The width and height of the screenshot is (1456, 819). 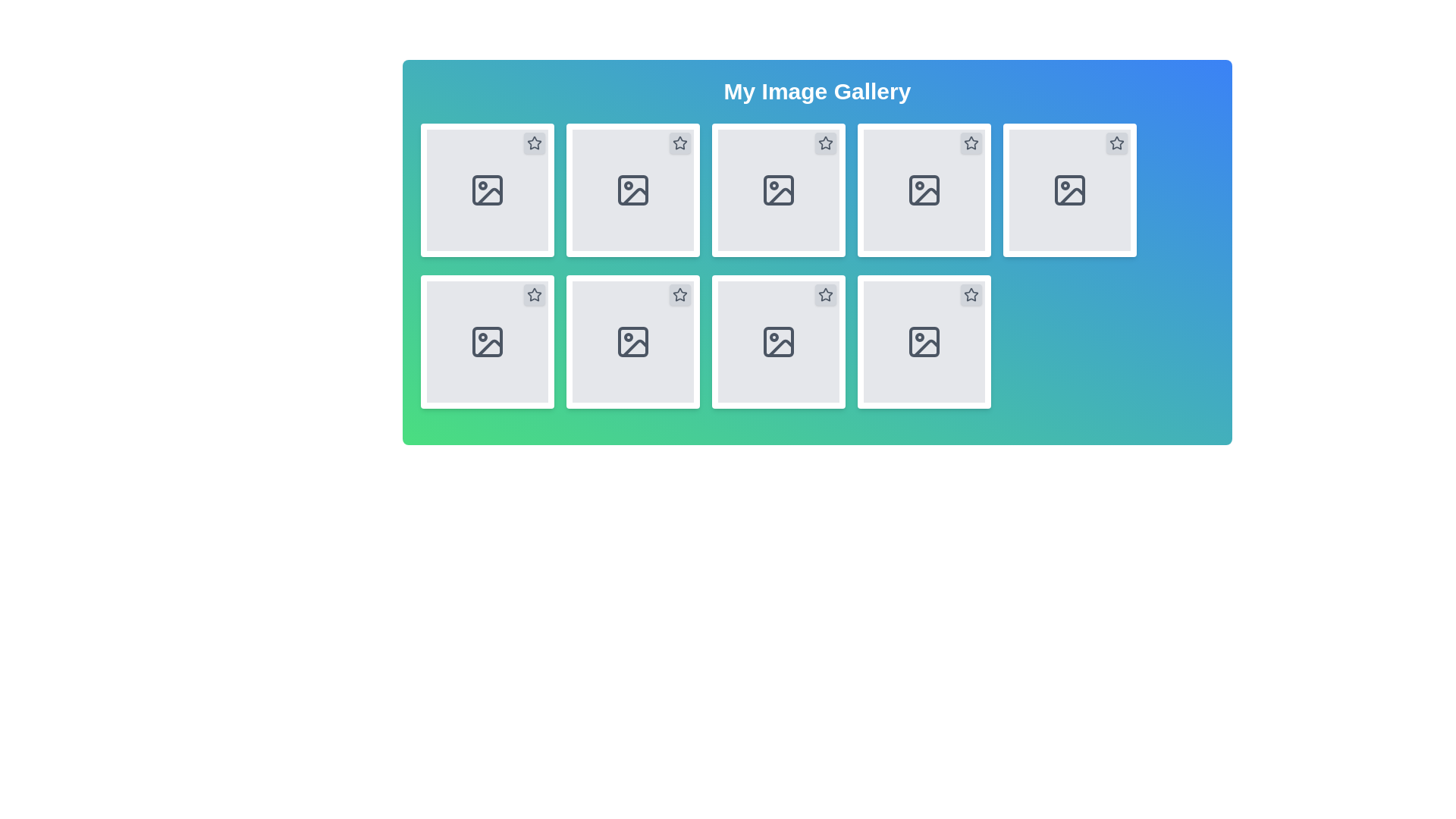 What do you see at coordinates (825, 143) in the screenshot?
I see `the star icon located in the top-right corner of the third image in the first row of the grid layout to mark or unmark it` at bounding box center [825, 143].